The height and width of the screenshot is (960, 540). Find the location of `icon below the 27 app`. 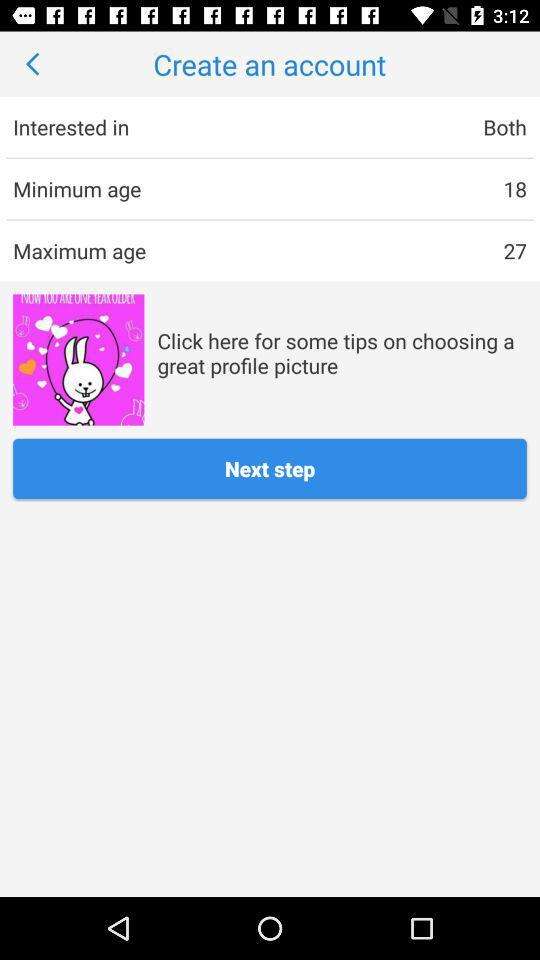

icon below the 27 app is located at coordinates (341, 353).